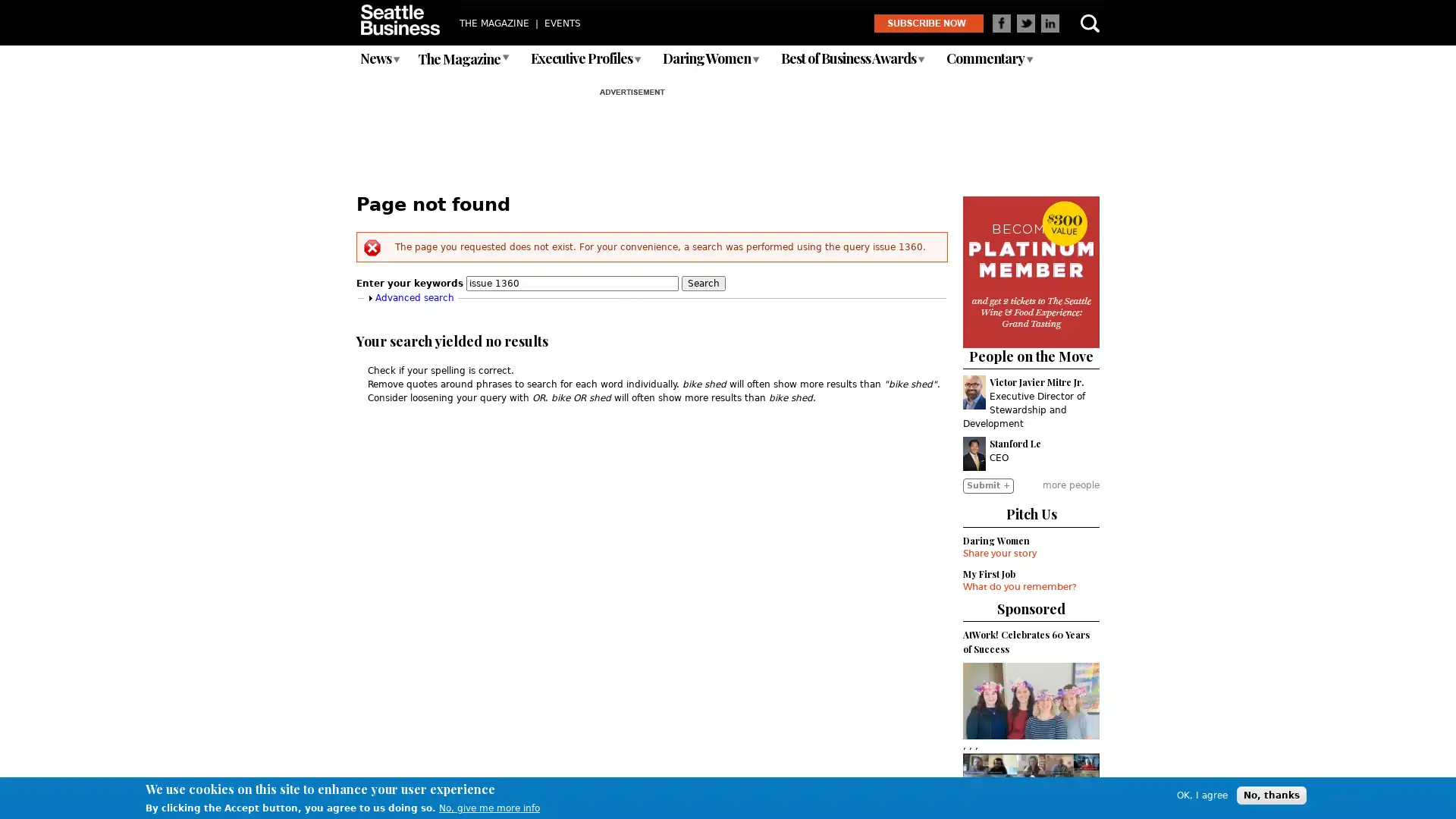  I want to click on No, give me more info, so click(489, 807).